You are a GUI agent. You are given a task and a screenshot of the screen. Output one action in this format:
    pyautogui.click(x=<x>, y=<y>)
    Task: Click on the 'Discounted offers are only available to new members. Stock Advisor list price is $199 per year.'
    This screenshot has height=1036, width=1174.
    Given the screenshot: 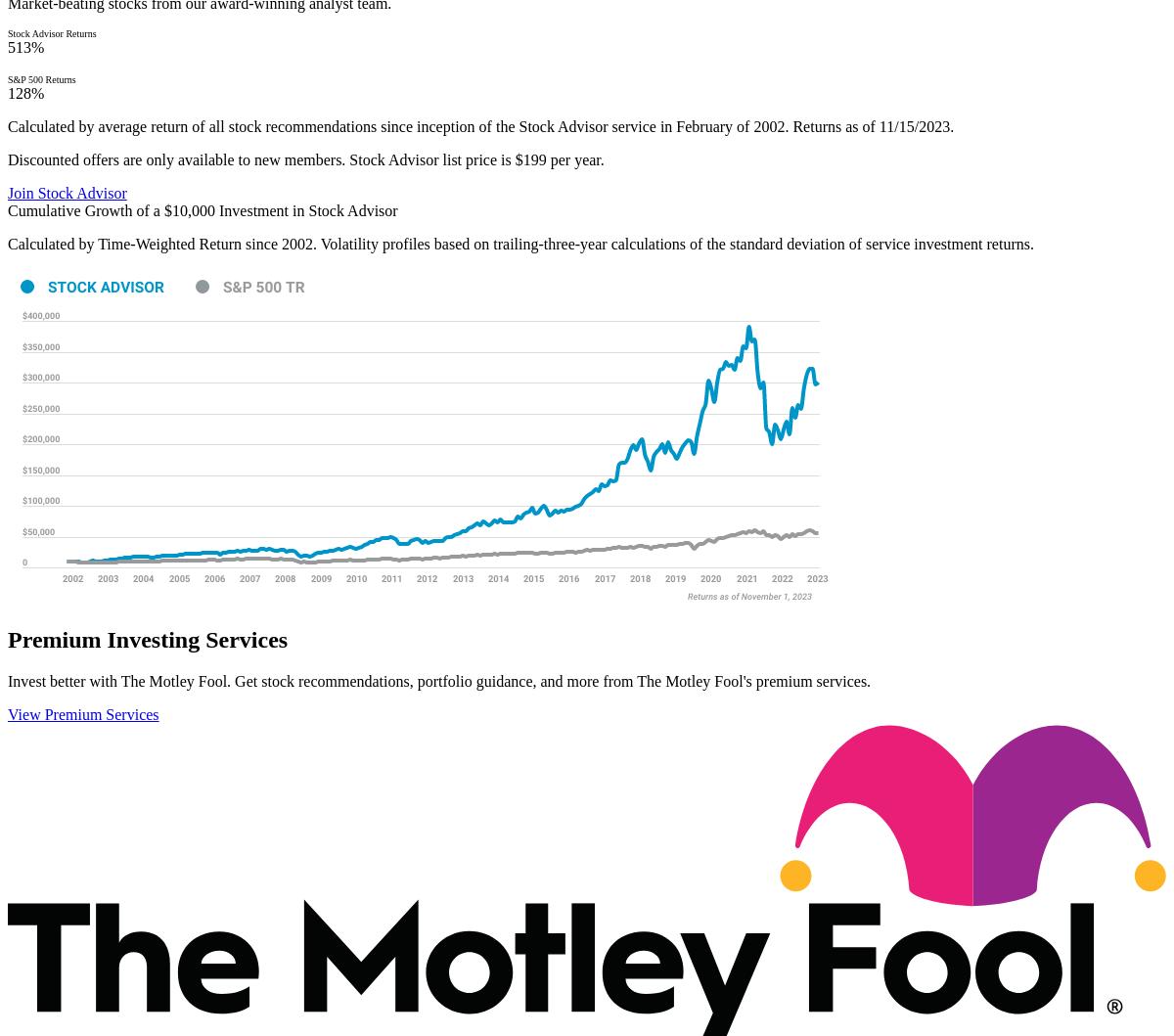 What is the action you would take?
    pyautogui.click(x=8, y=158)
    